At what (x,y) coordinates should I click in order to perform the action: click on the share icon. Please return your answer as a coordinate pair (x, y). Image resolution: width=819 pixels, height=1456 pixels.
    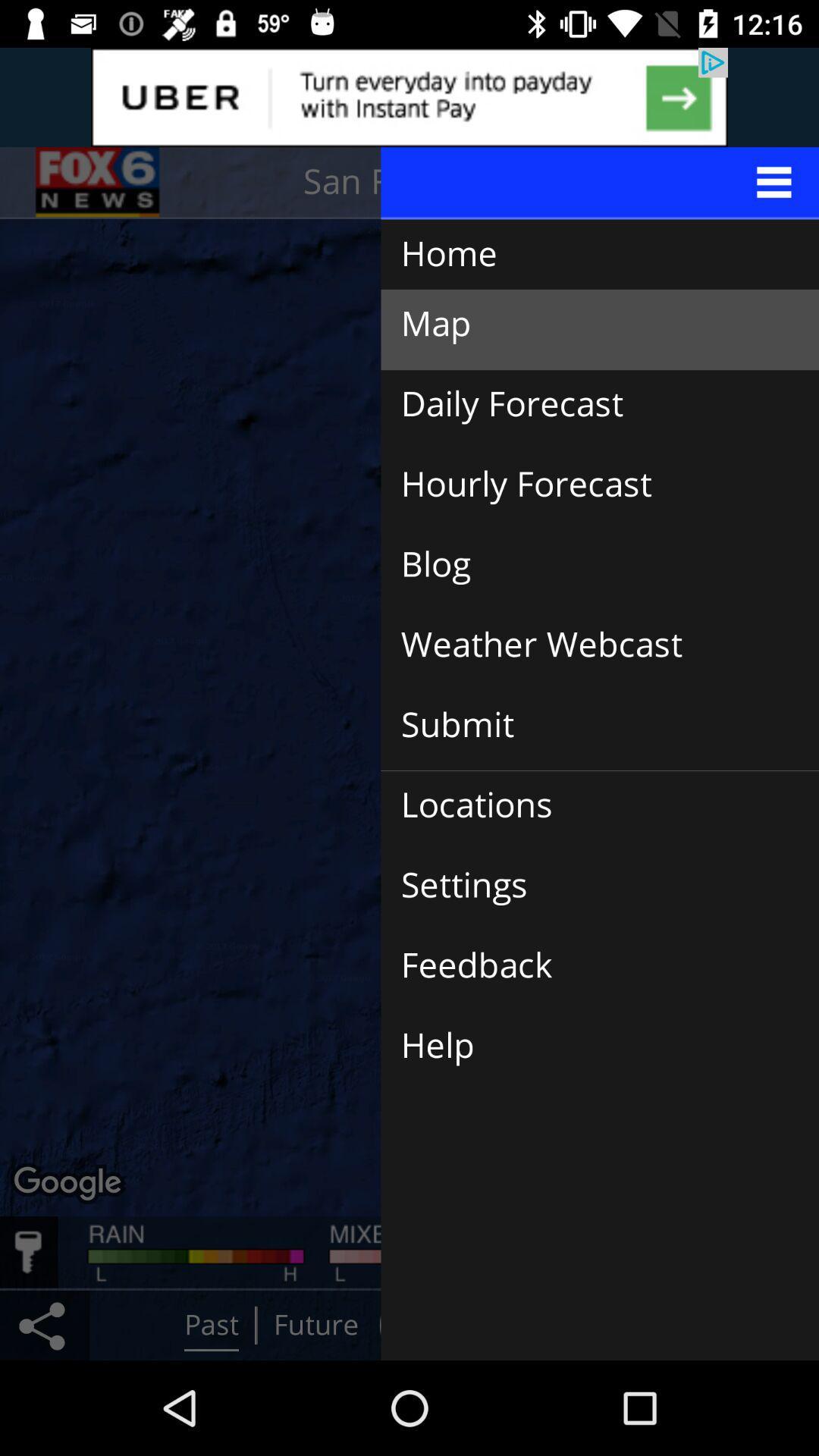
    Looking at the image, I should click on (44, 1324).